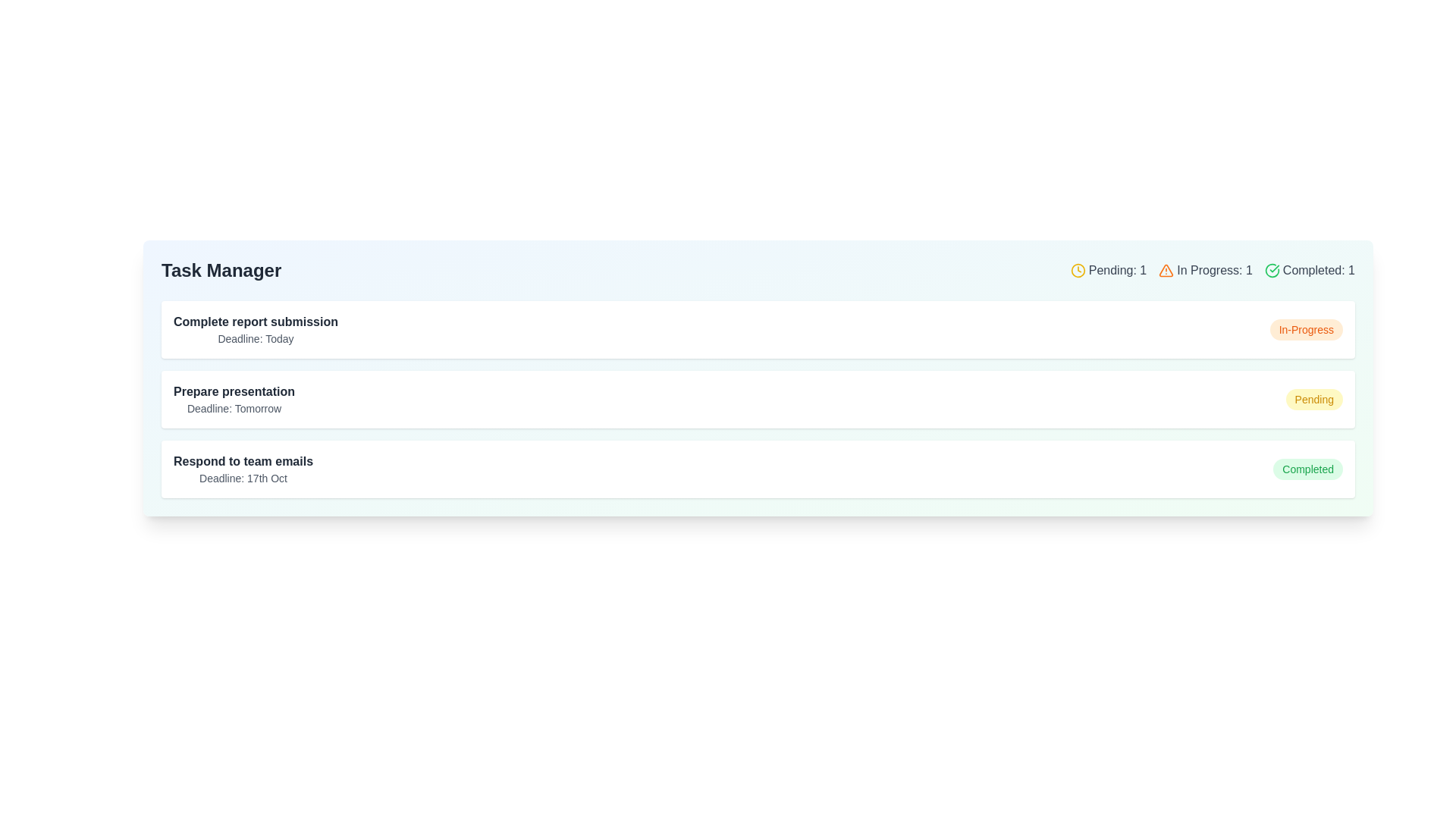 The height and width of the screenshot is (819, 1456). I want to click on the Status Indicator Cluster located at the top-right corner of the interface, which displays counts for tasks in 'Pending', 'In Progress', and 'Completed' states, so click(1212, 270).